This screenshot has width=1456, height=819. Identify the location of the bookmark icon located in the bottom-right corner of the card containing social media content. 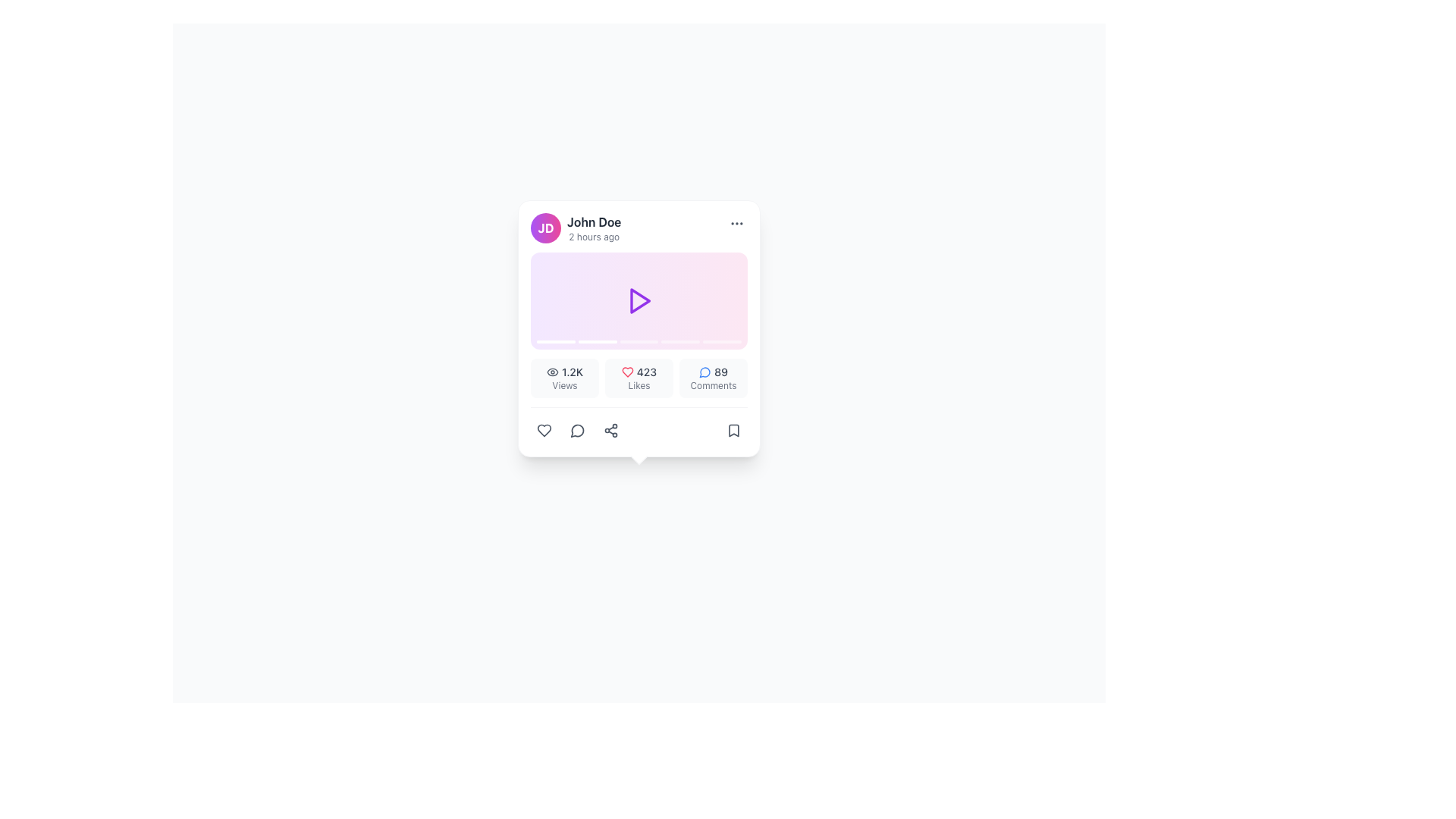
(734, 430).